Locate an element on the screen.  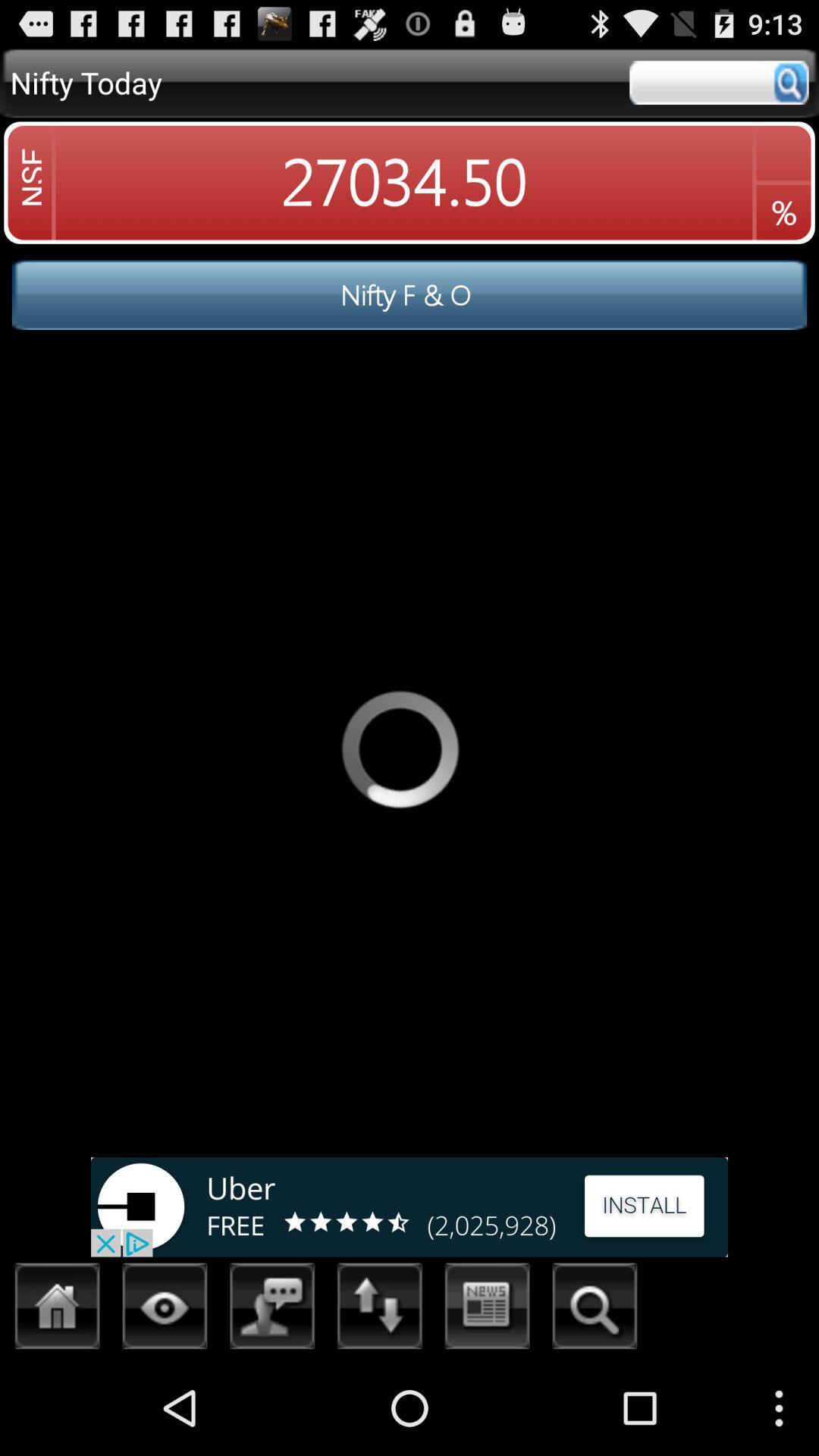
icon page is located at coordinates (165, 1310).